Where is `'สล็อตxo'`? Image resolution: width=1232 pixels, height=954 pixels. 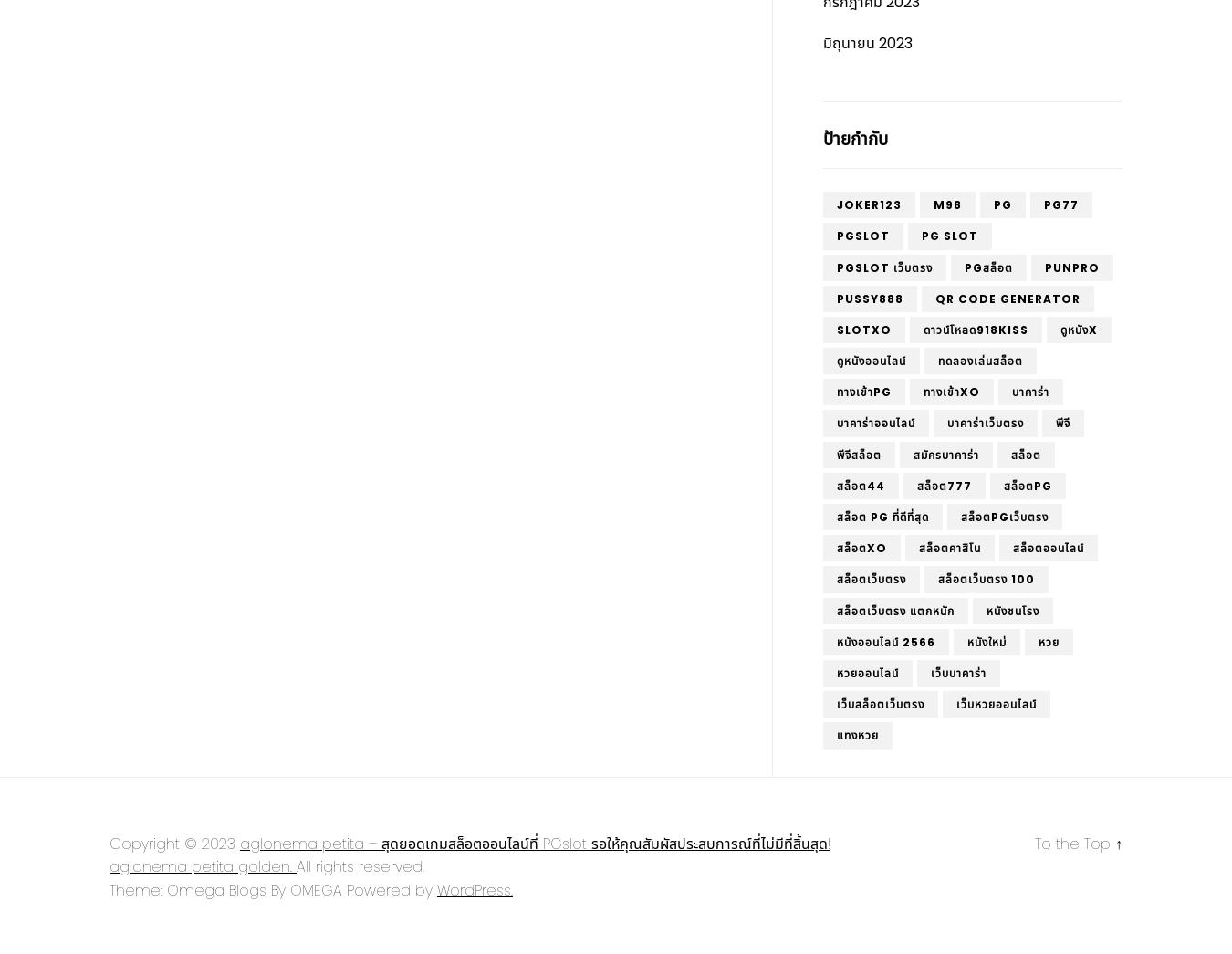
'สล็อตxo' is located at coordinates (861, 547).